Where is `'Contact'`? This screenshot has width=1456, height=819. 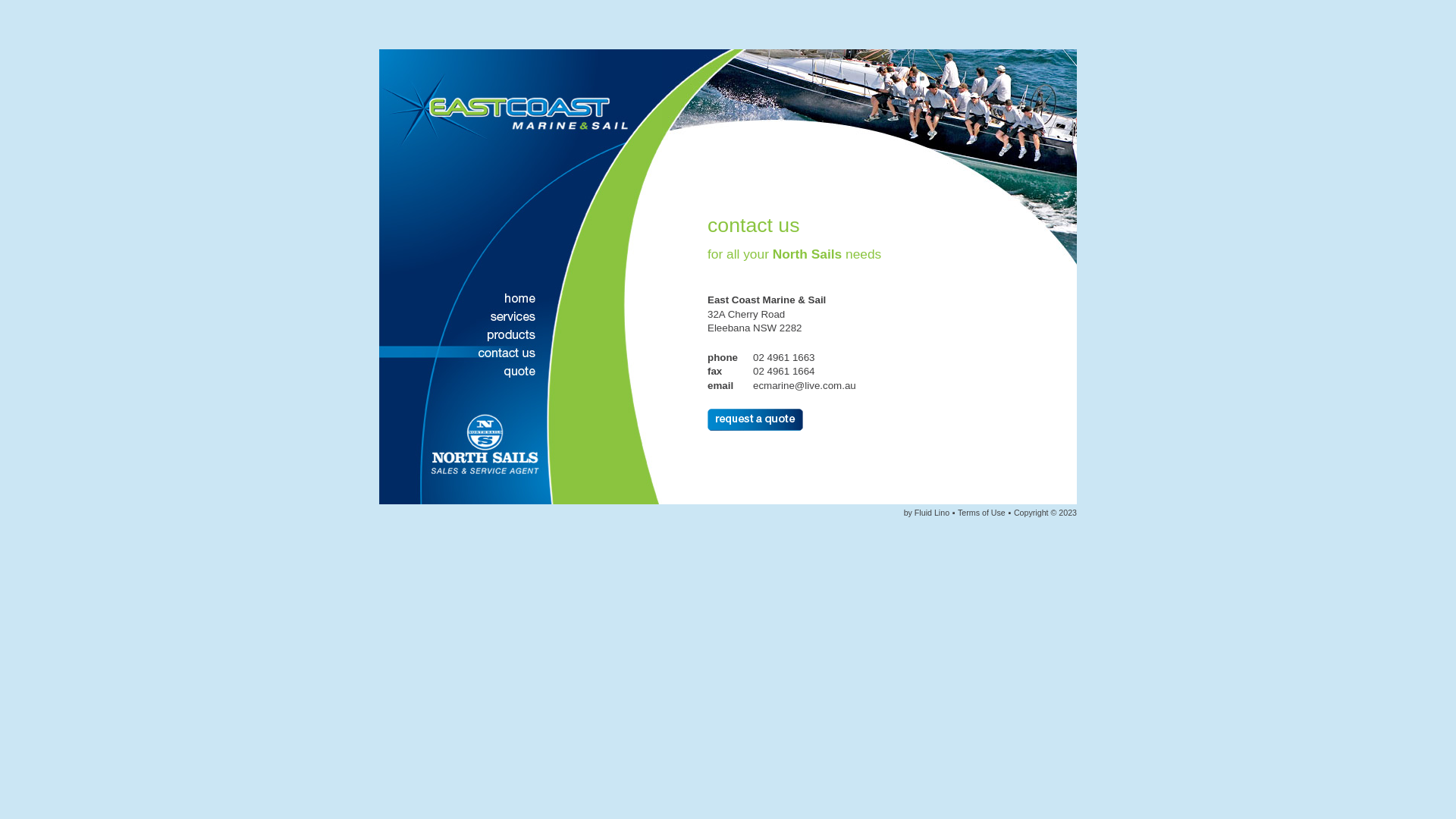 'Contact' is located at coordinates (460, 353).